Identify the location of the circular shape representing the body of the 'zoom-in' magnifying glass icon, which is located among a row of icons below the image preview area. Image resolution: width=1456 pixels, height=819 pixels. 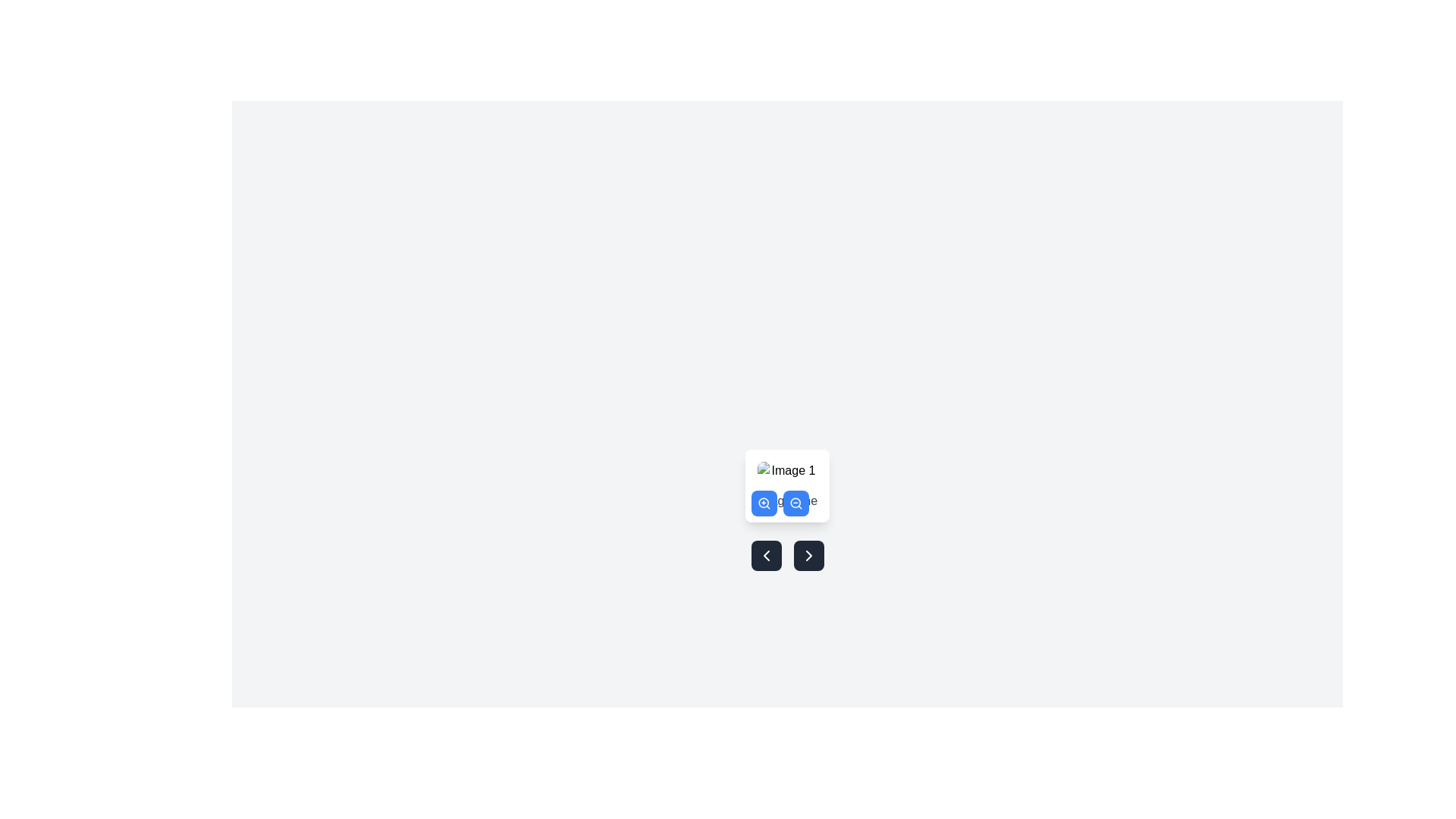
(764, 503).